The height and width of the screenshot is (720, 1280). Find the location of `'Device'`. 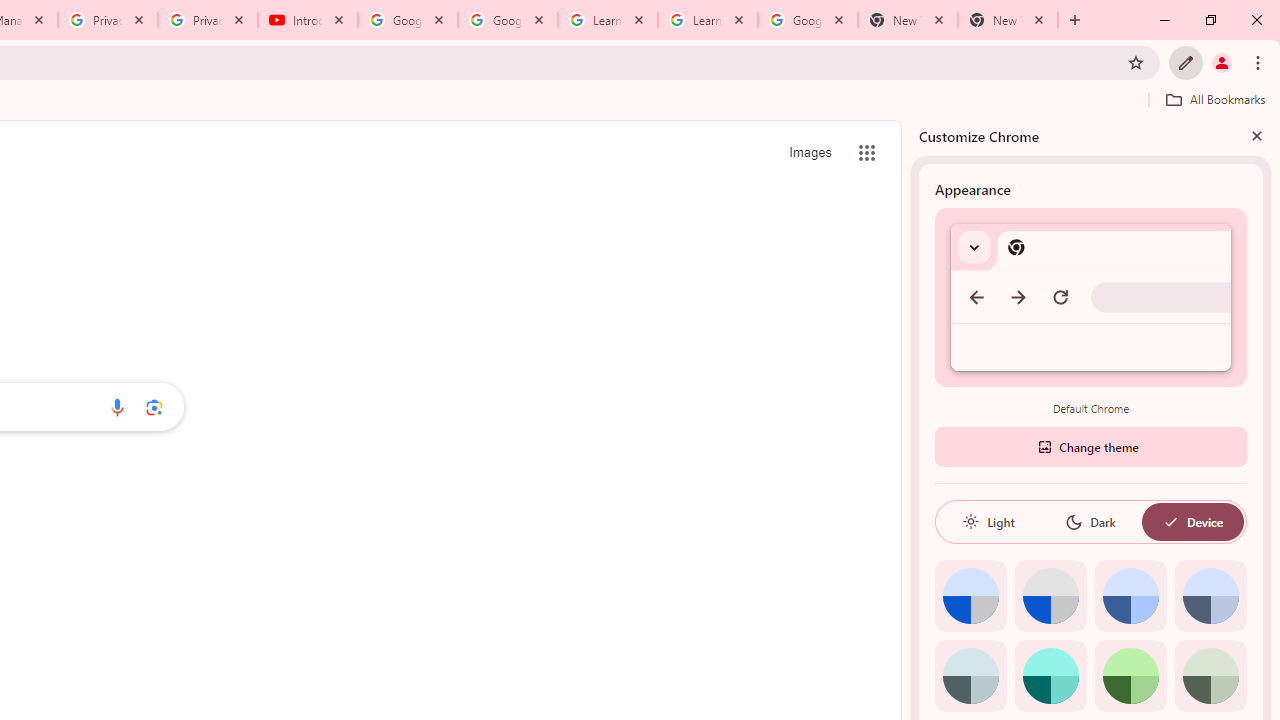

'Device' is located at coordinates (1192, 521).